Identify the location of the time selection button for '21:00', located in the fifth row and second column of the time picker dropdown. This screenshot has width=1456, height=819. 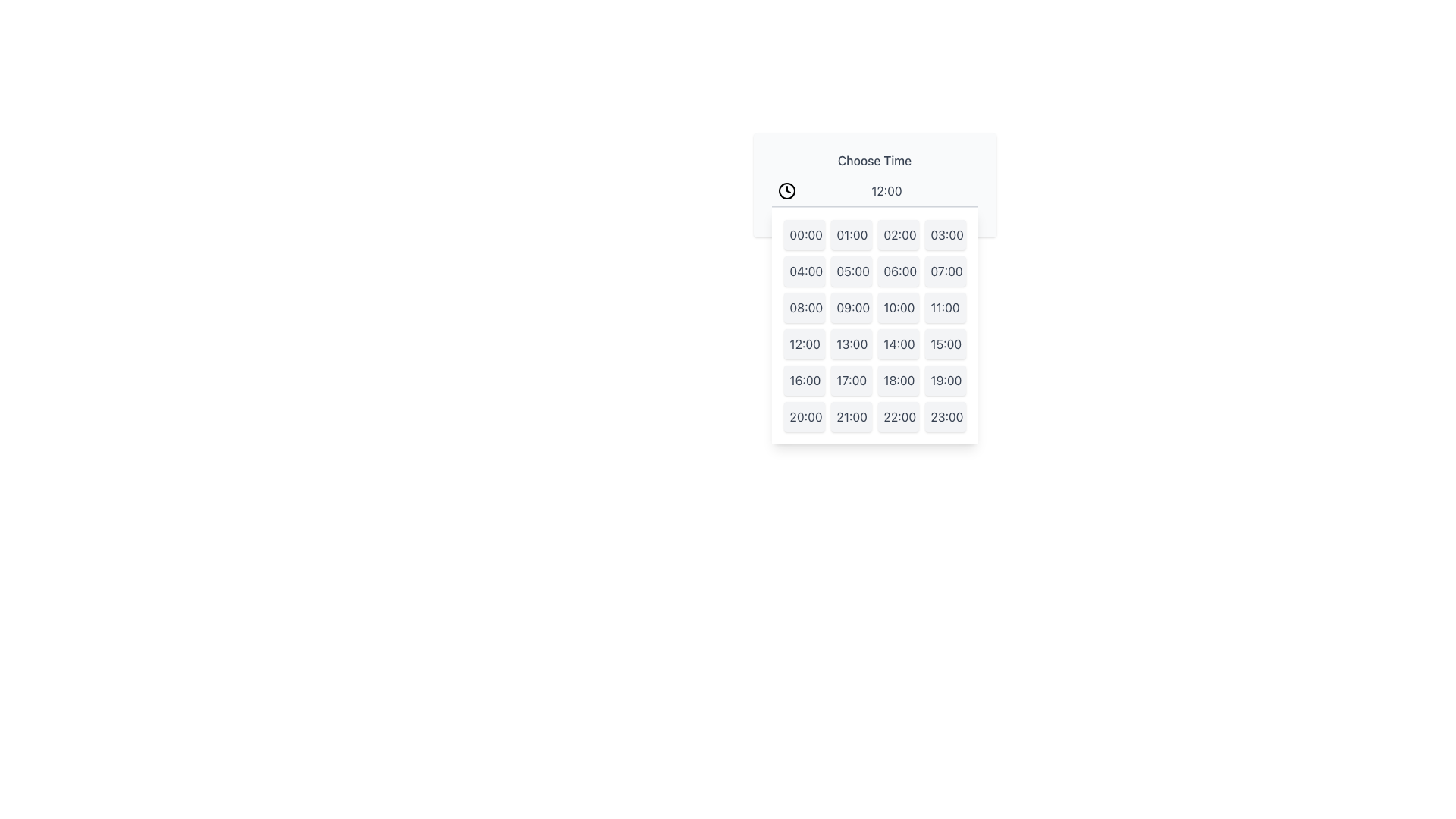
(851, 417).